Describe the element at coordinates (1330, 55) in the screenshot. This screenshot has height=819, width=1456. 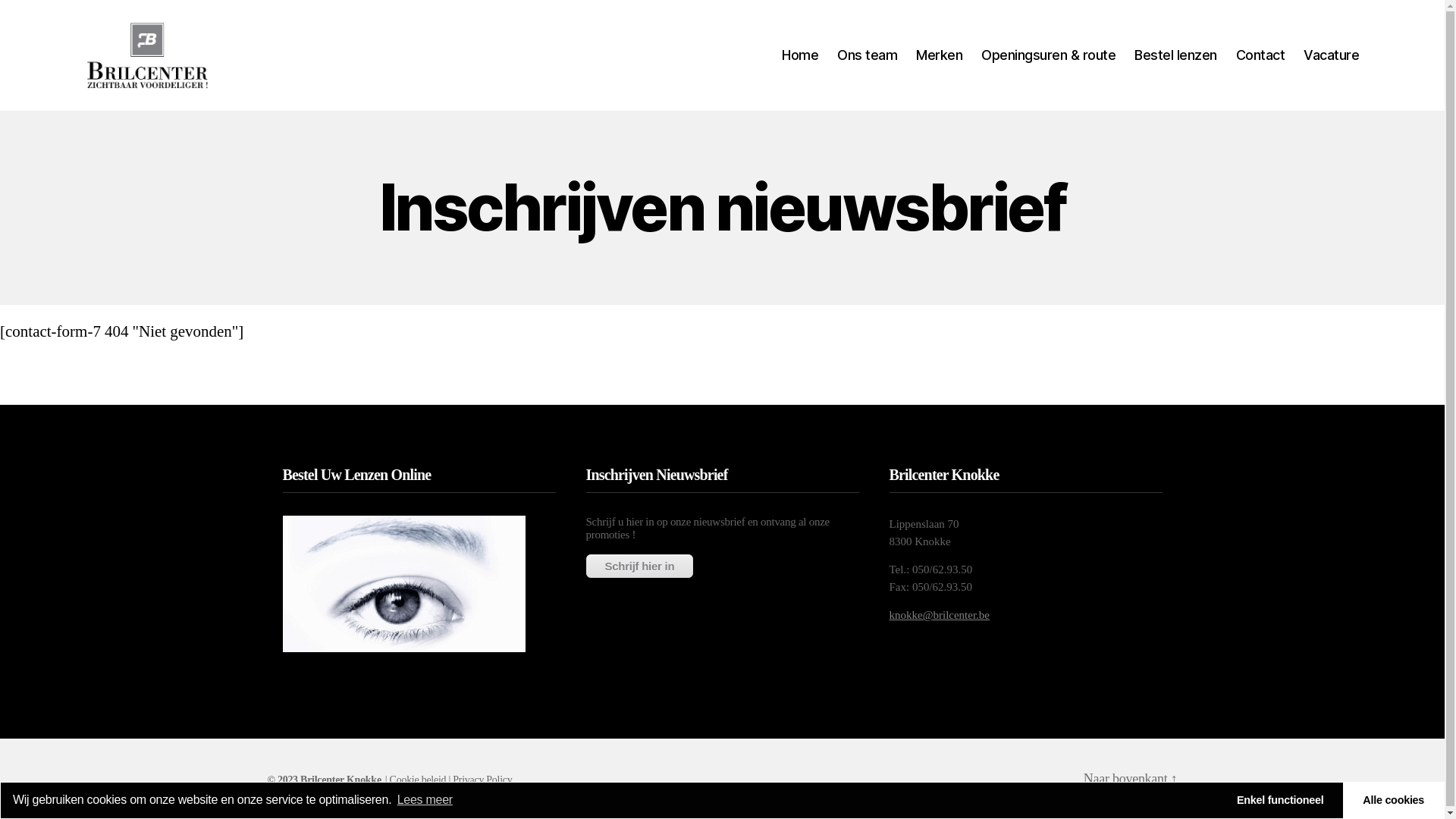
I see `'Vacature'` at that location.